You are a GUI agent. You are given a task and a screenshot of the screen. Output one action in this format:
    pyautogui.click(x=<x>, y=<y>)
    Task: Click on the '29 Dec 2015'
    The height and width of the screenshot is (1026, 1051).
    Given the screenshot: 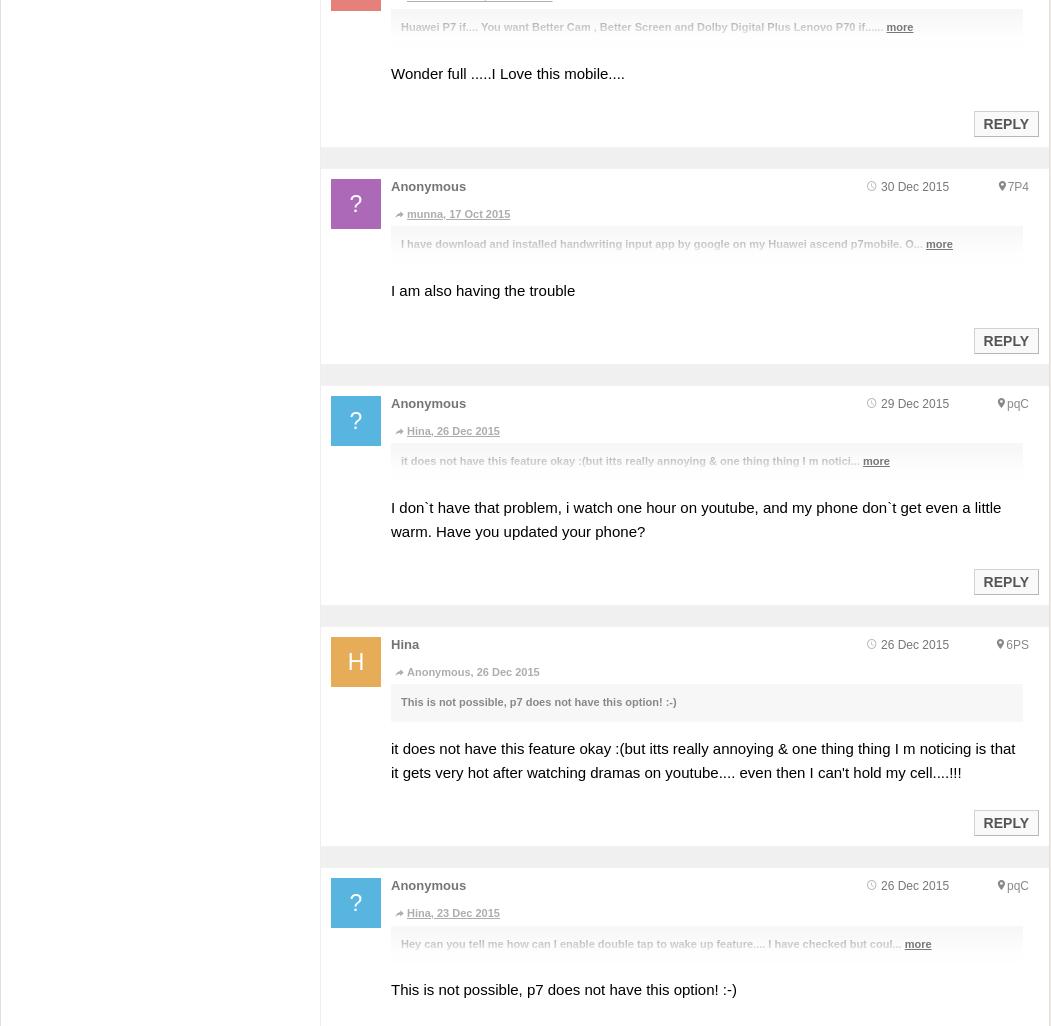 What is the action you would take?
    pyautogui.click(x=879, y=402)
    